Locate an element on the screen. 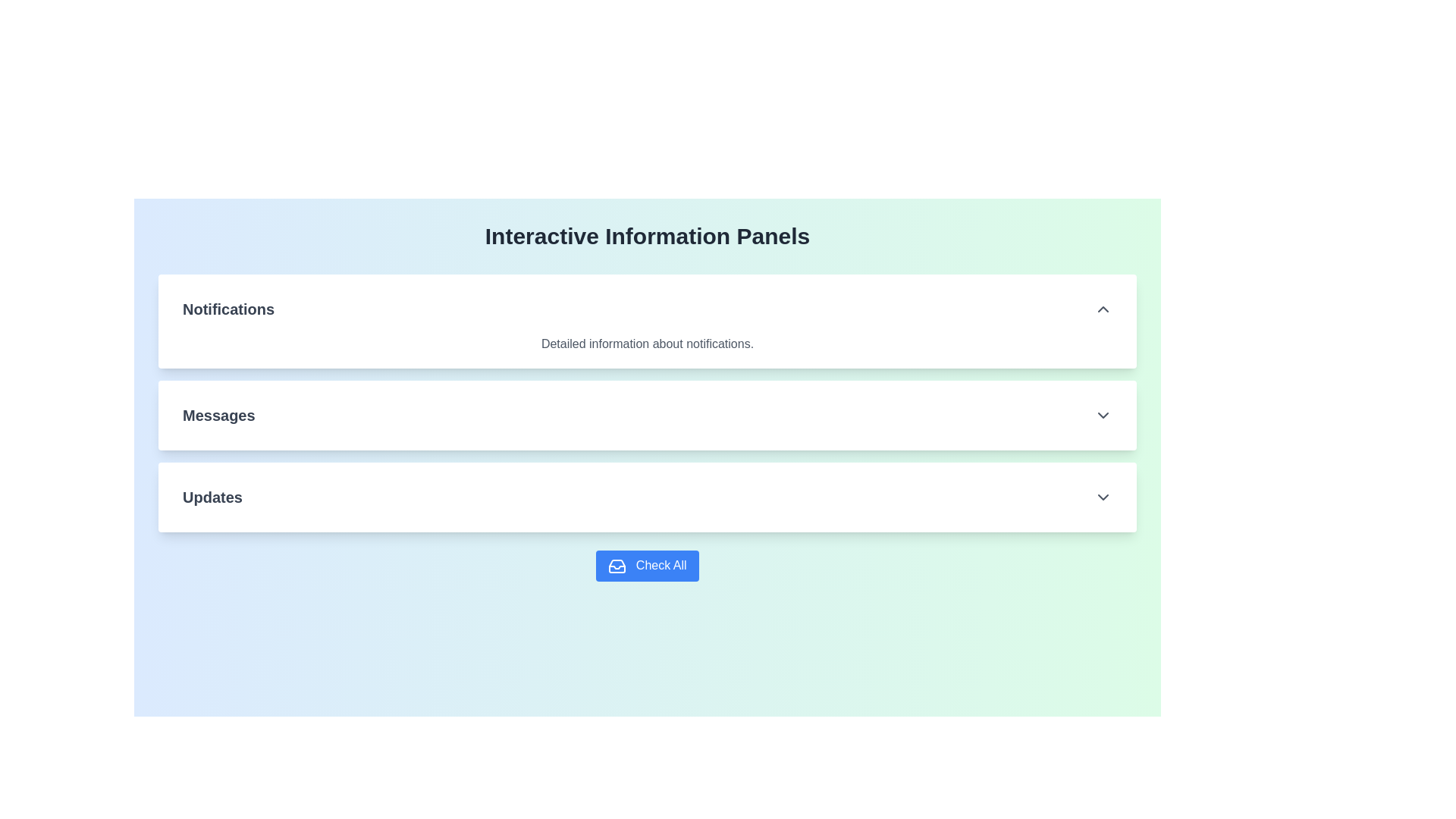 The image size is (1456, 819). text of the Label or text heading located in the second panel, positioned below the 'Notifications' panel and above the 'Updates' panel, aligned towards the left is located at coordinates (218, 415).